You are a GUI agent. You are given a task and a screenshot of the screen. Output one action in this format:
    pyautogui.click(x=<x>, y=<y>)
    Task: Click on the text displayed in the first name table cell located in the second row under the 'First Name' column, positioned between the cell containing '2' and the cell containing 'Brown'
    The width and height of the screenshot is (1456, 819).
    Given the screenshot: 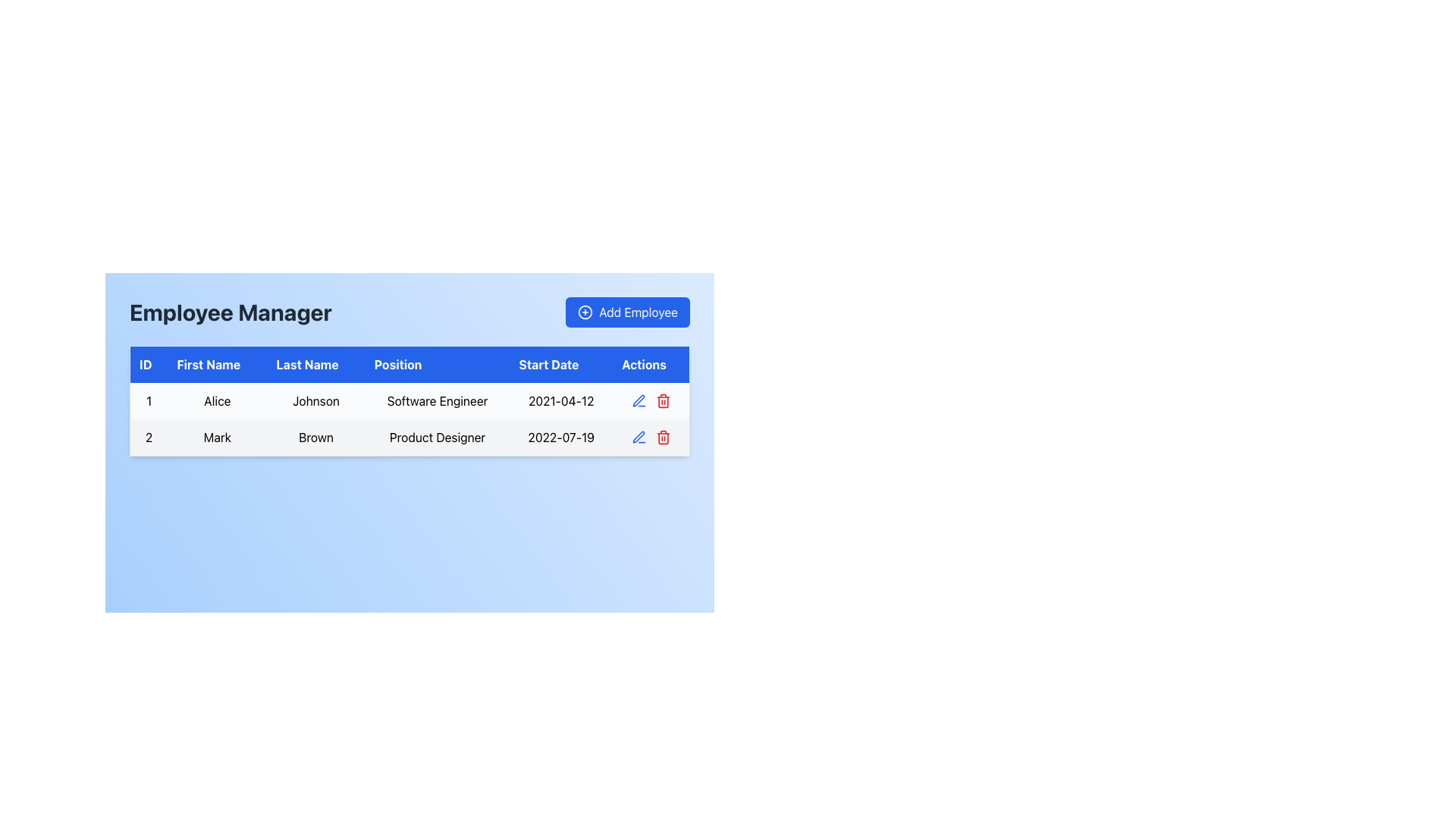 What is the action you would take?
    pyautogui.click(x=216, y=438)
    